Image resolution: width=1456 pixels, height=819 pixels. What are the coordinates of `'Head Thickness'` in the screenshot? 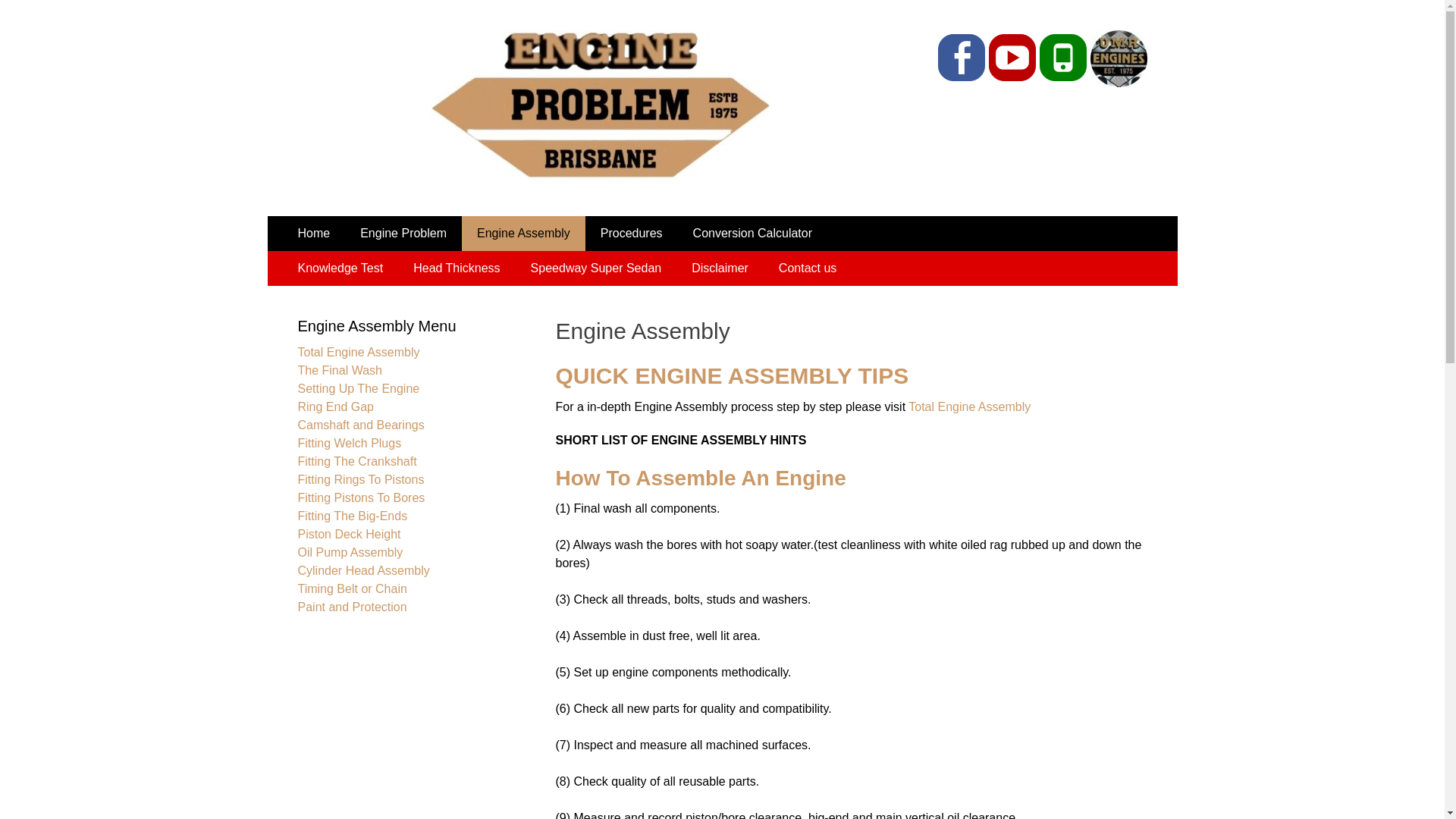 It's located at (455, 268).